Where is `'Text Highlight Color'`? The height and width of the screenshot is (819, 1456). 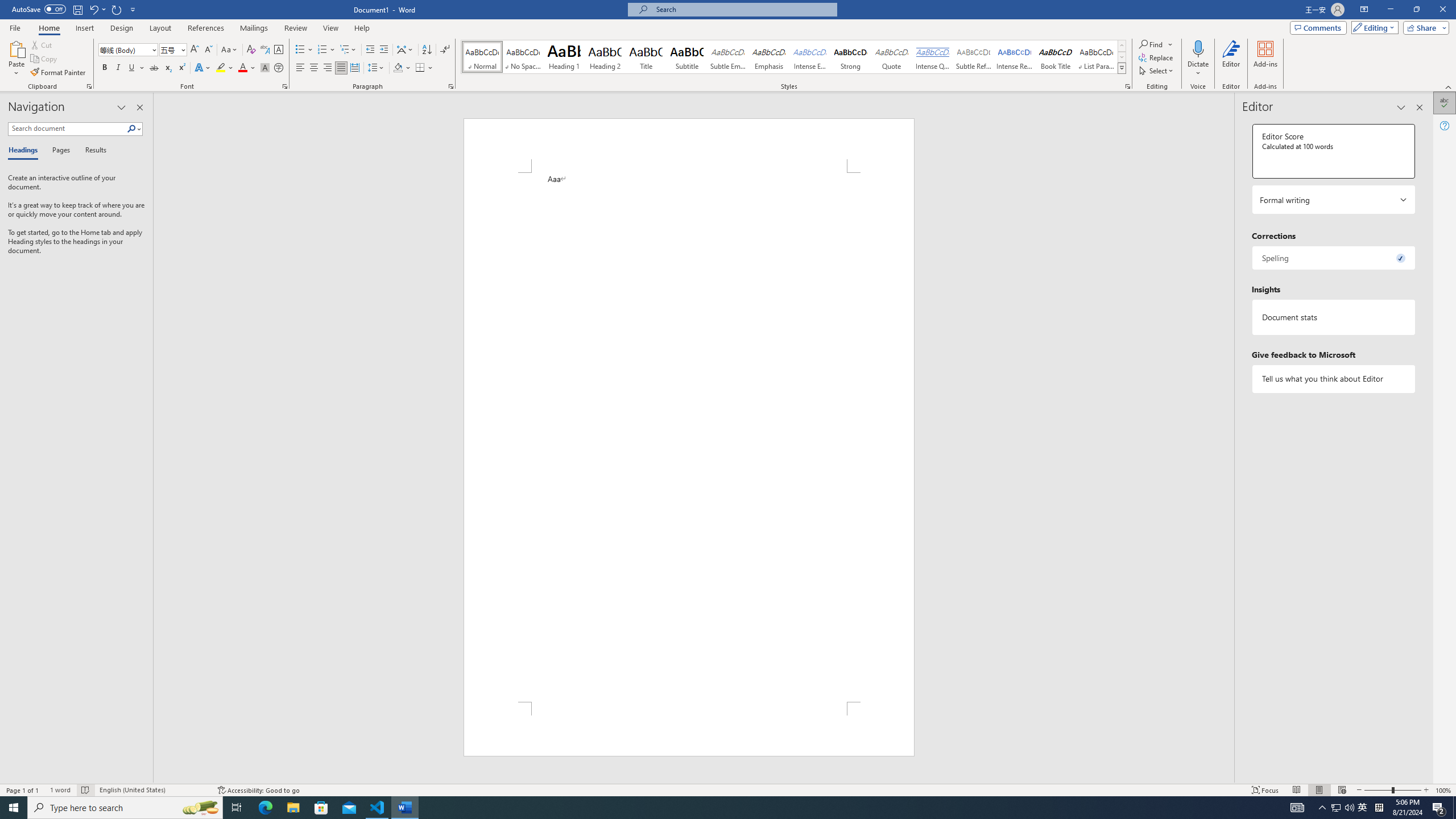 'Text Highlight Color' is located at coordinates (225, 67).